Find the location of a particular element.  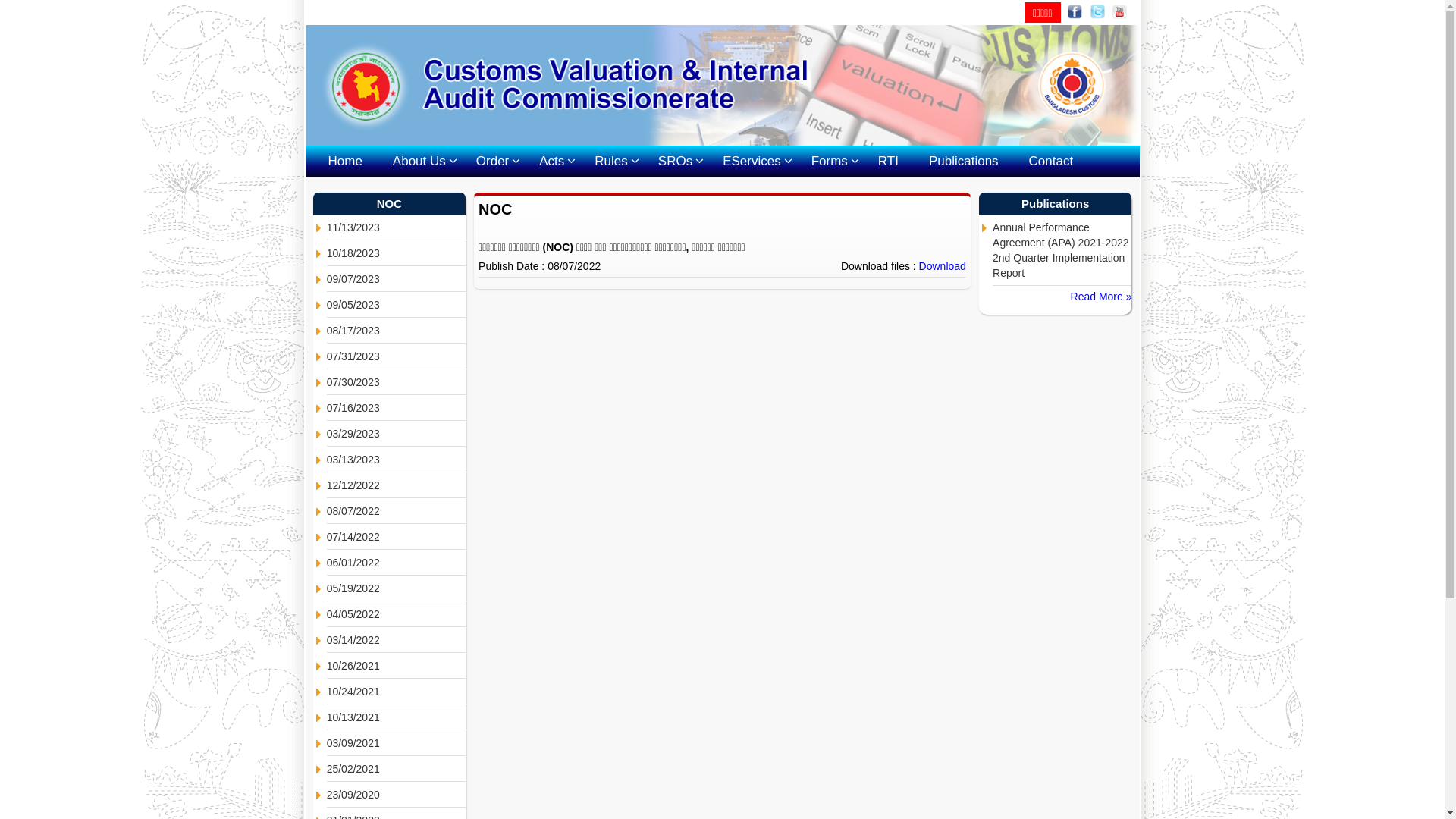

'Publications' is located at coordinates (963, 161).